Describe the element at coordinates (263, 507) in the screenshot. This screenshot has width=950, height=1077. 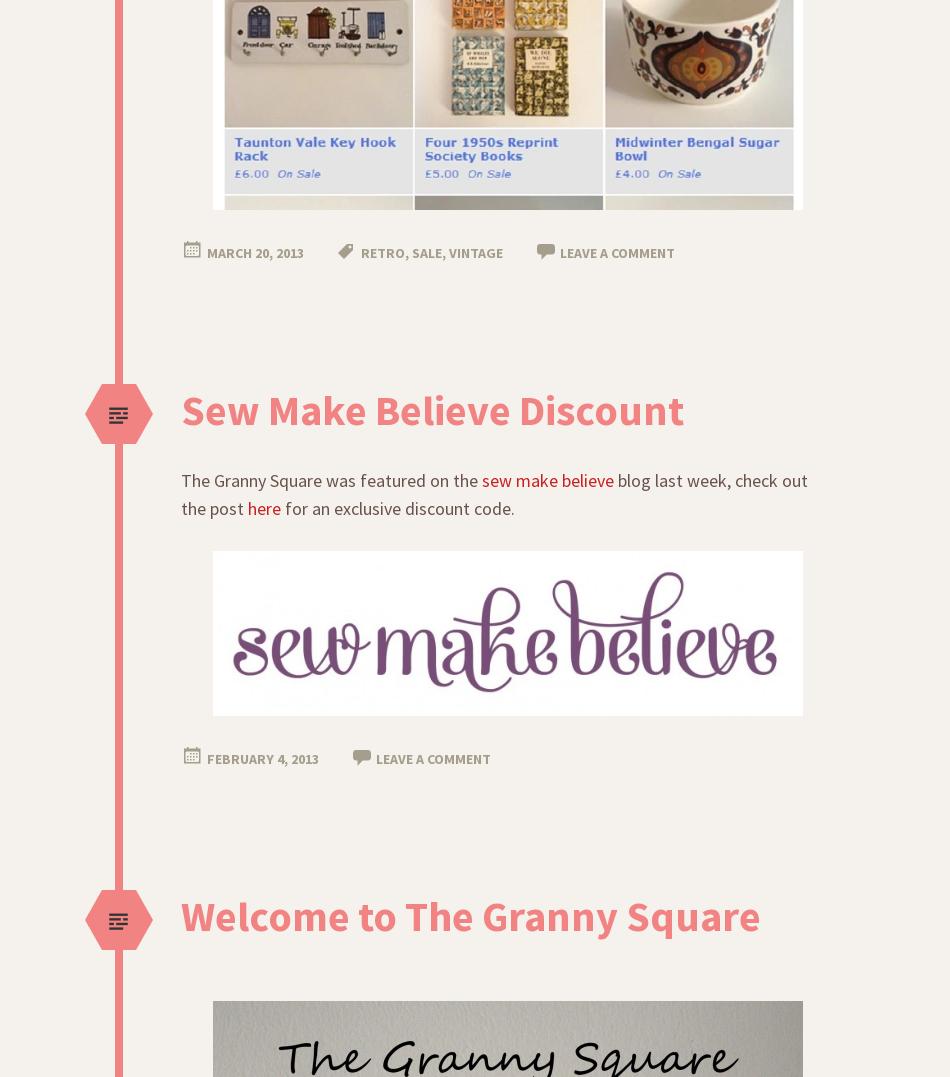
I see `'here'` at that location.